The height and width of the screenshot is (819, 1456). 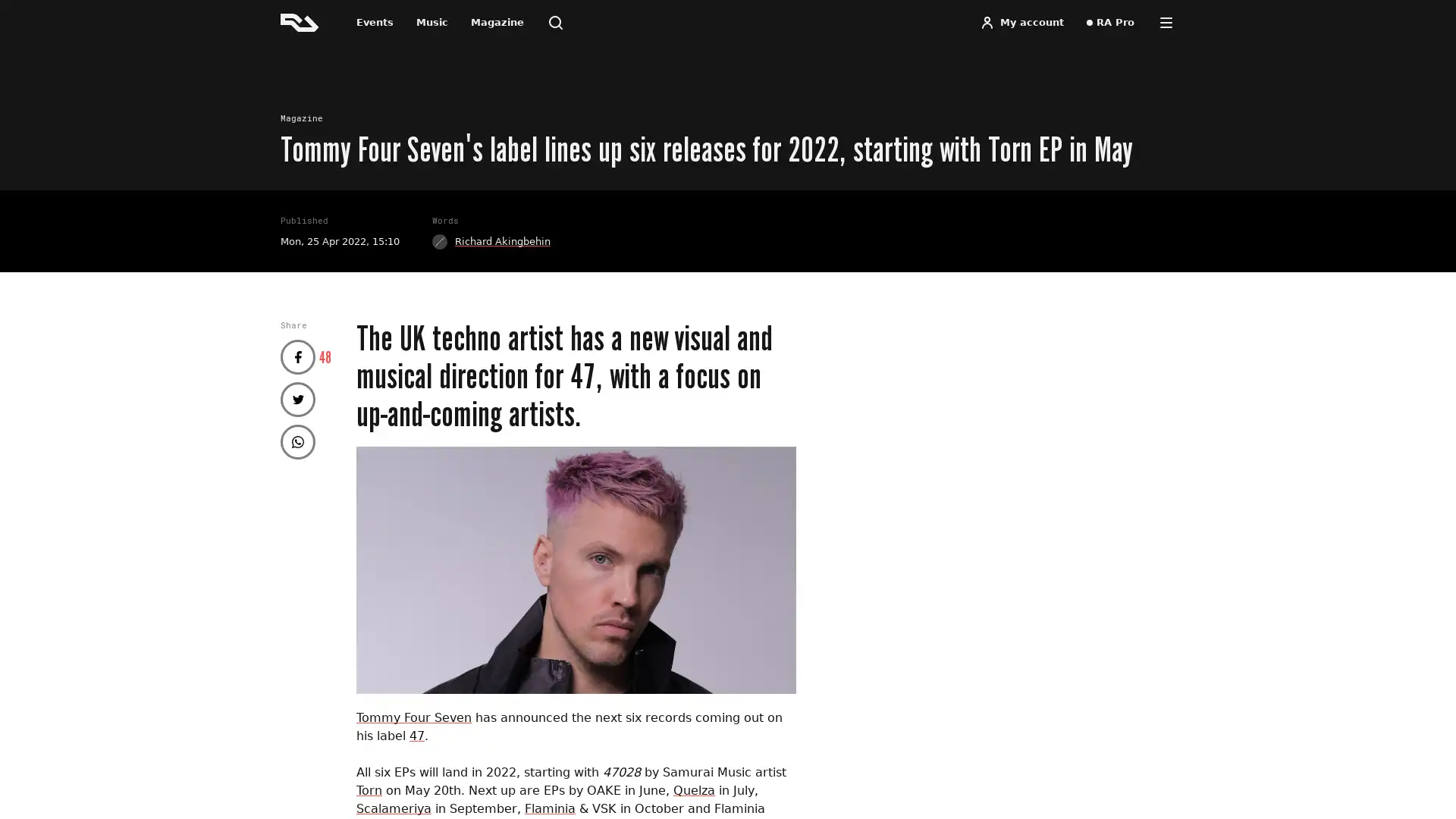 What do you see at coordinates (298, 441) in the screenshot?
I see `whatsapp` at bounding box center [298, 441].